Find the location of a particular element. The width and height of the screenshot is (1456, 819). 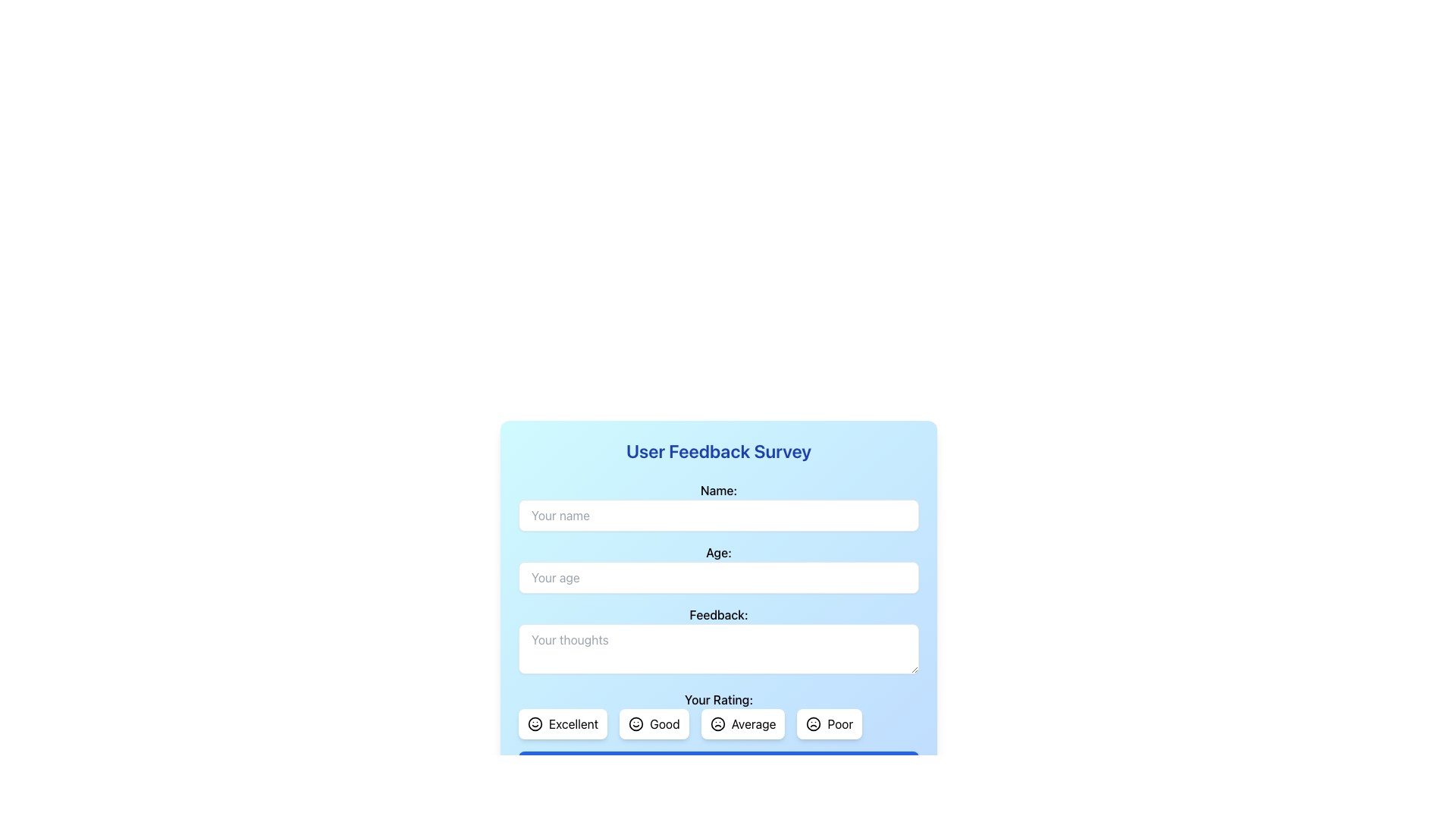

the title/header Text label at the top center of the form, which provides context about the form's purpose is located at coordinates (718, 450).